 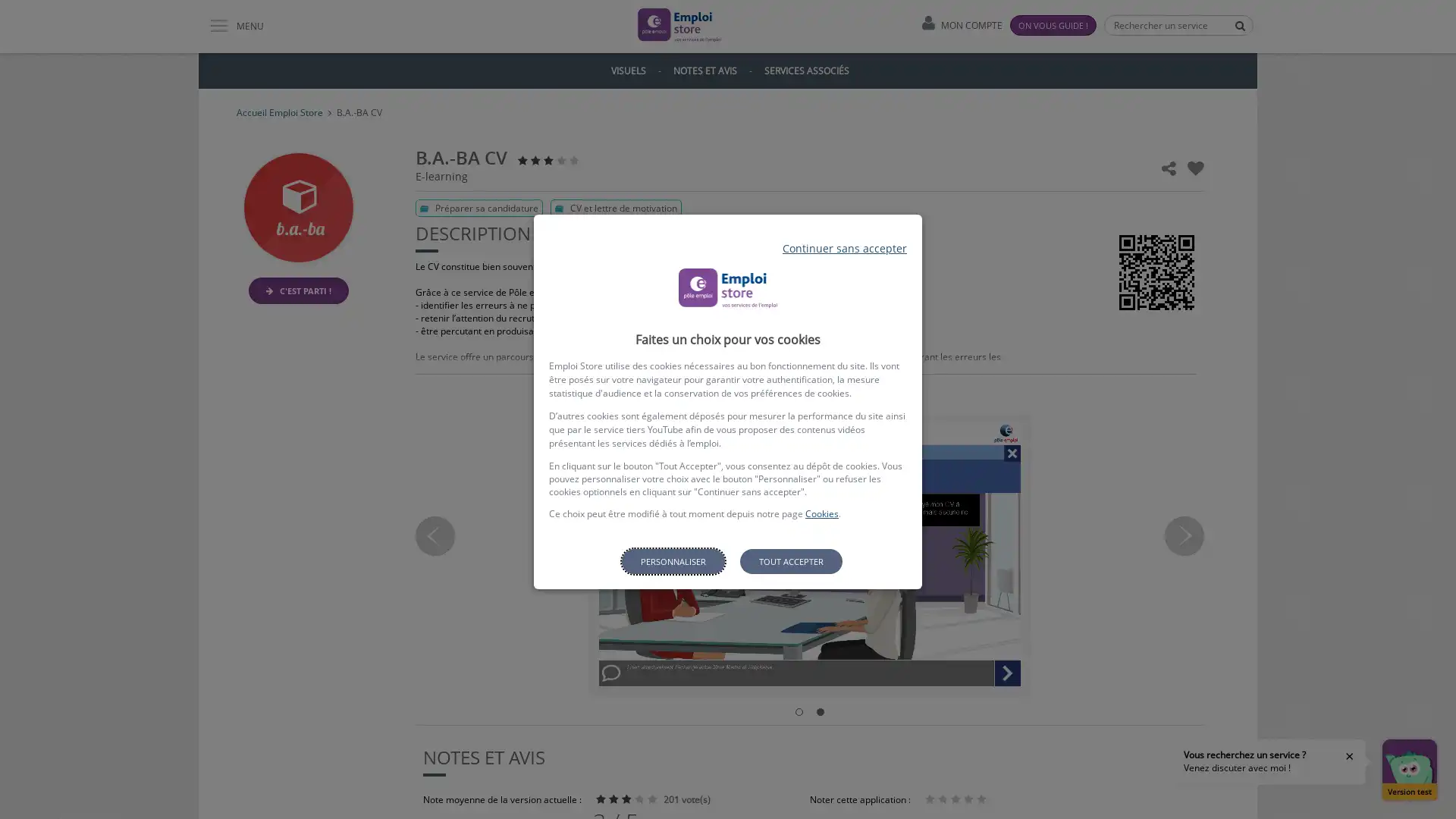 What do you see at coordinates (824, 610) in the screenshot?
I see `AUTORISER` at bounding box center [824, 610].